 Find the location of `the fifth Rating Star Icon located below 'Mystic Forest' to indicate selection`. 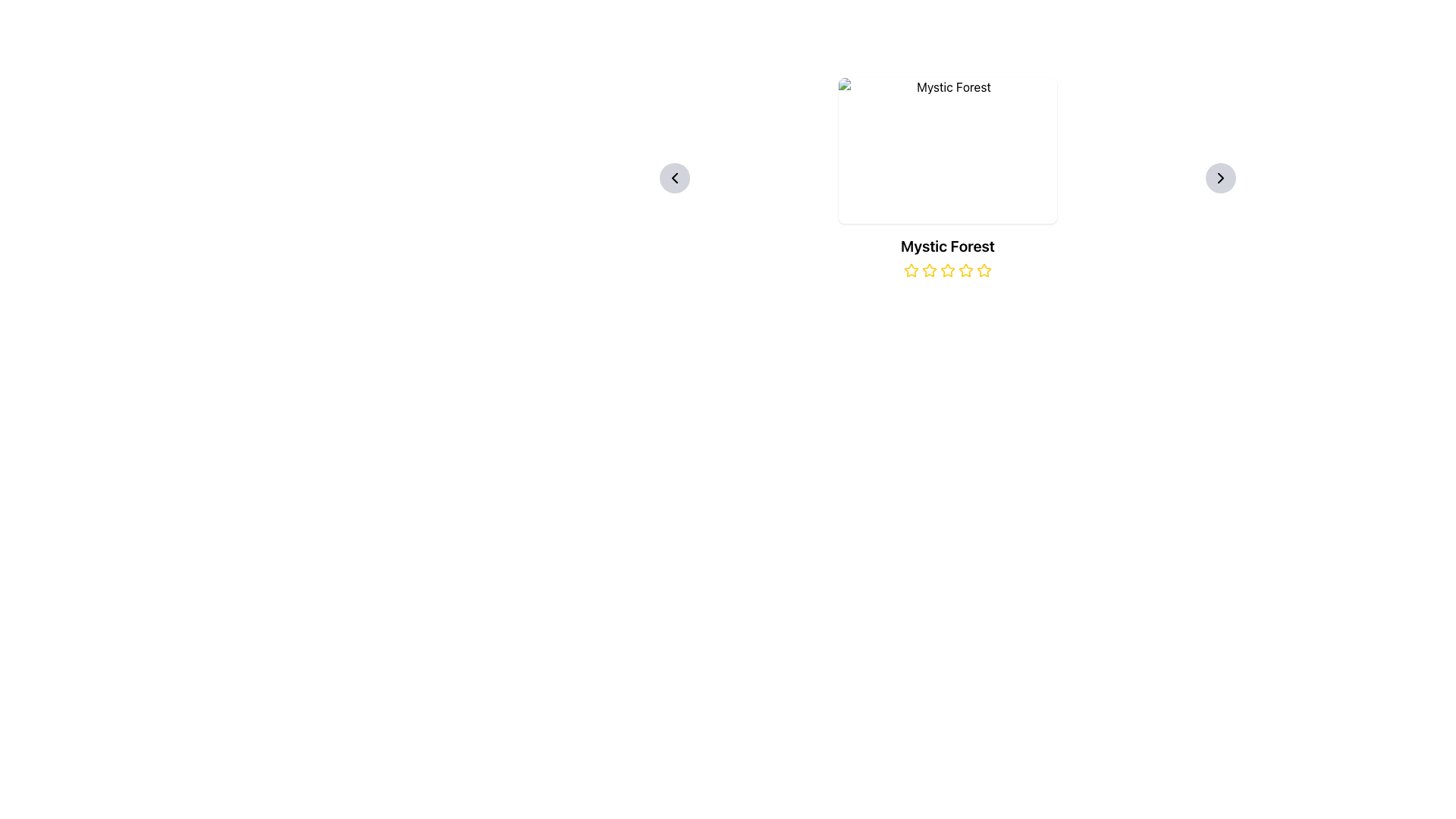

the fifth Rating Star Icon located below 'Mystic Forest' to indicate selection is located at coordinates (984, 269).